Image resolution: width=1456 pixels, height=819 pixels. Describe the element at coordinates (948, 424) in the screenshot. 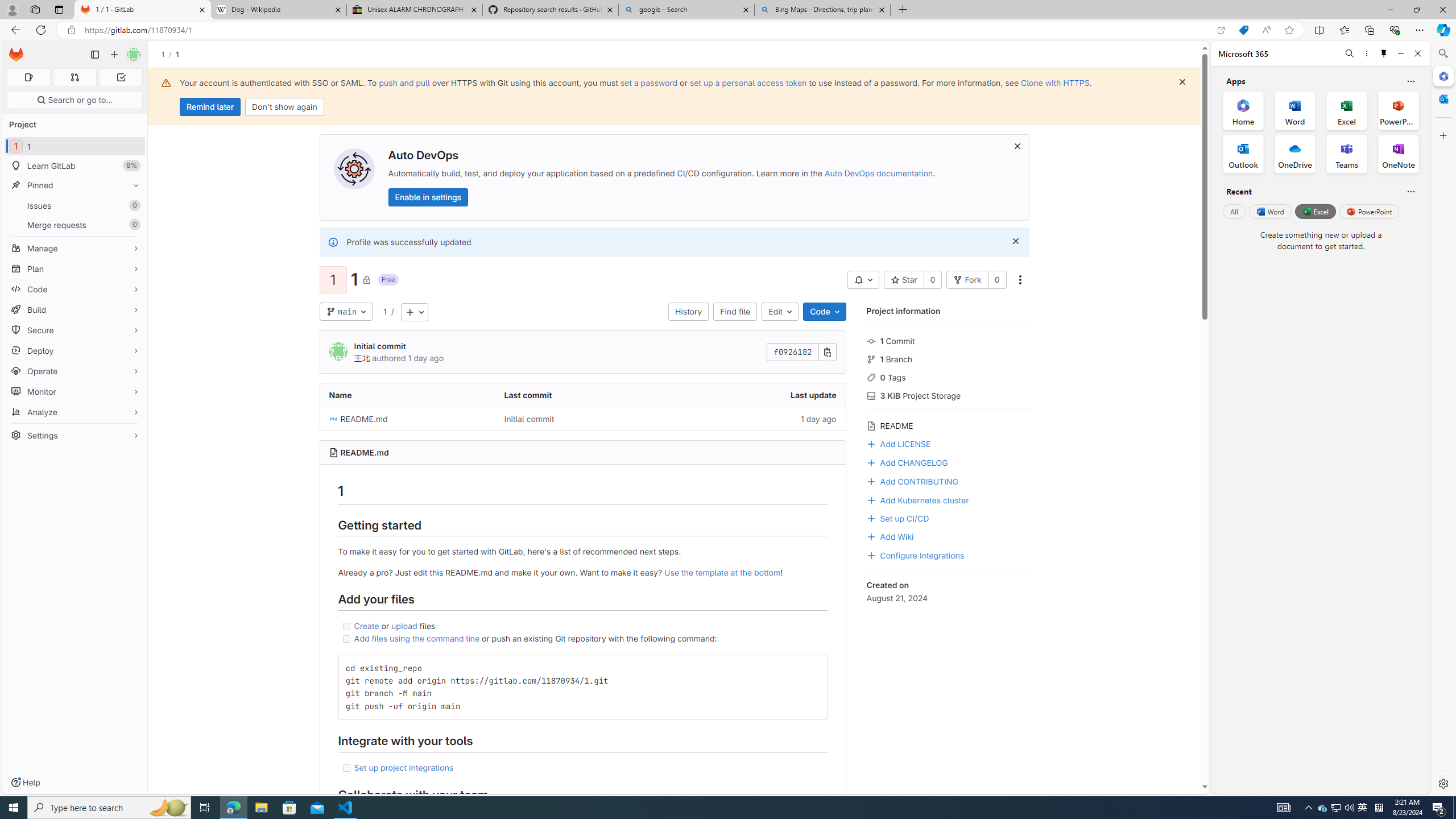

I see `'README'` at that location.